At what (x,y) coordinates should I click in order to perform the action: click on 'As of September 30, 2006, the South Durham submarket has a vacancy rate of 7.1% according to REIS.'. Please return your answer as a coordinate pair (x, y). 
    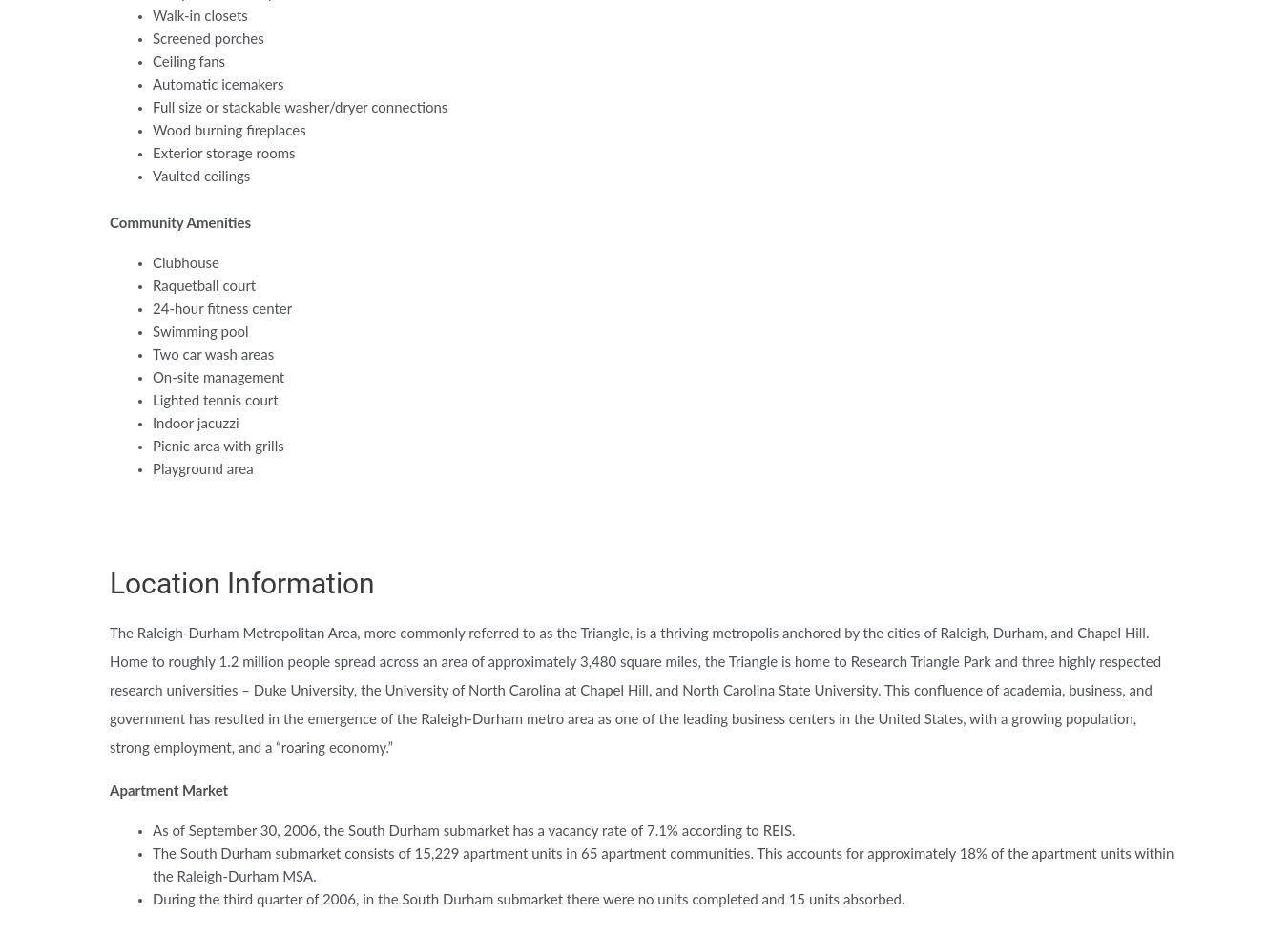
    Looking at the image, I should click on (152, 831).